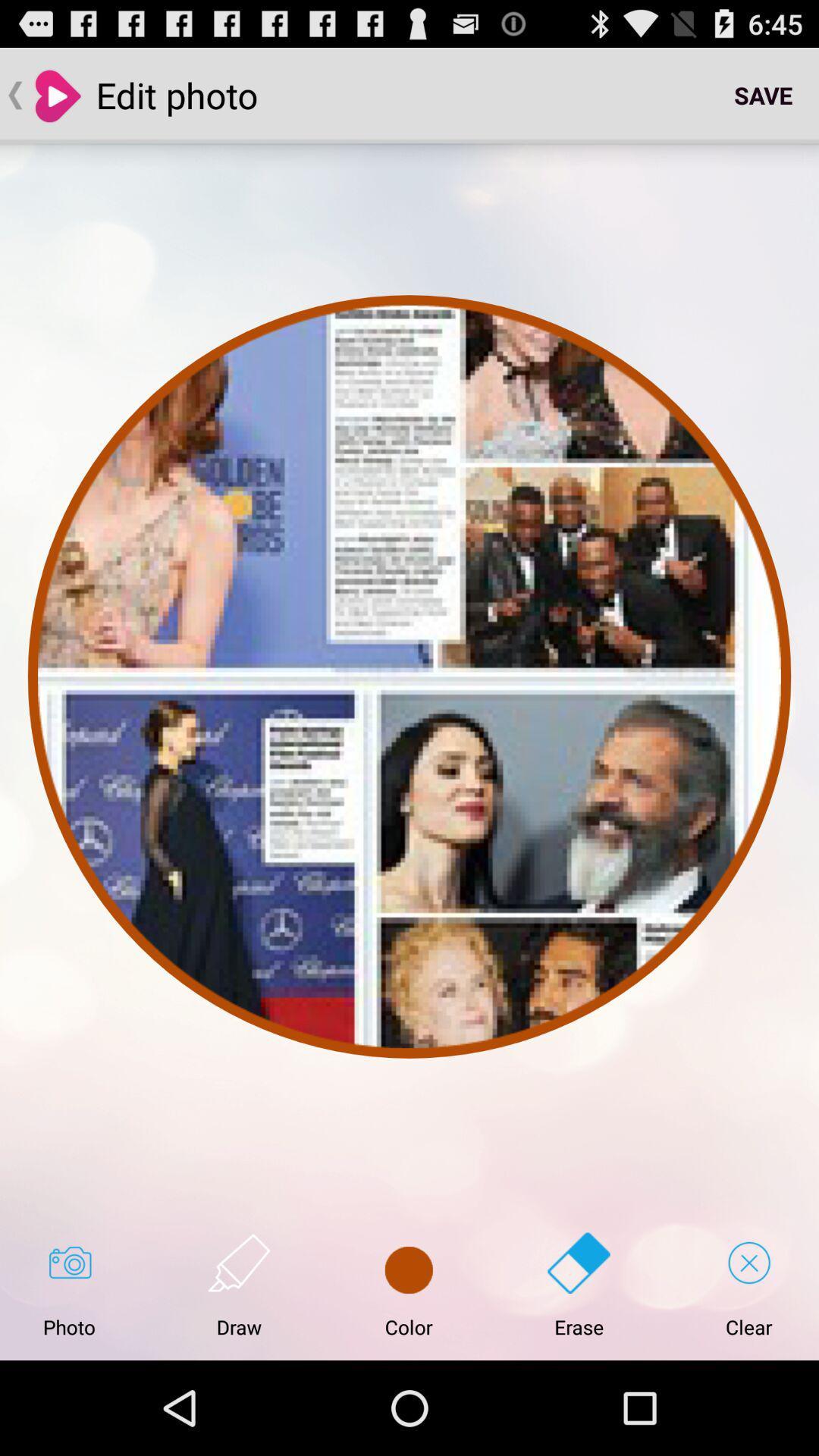 The height and width of the screenshot is (1456, 819). What do you see at coordinates (239, 1285) in the screenshot?
I see `the button next to photo button` at bounding box center [239, 1285].